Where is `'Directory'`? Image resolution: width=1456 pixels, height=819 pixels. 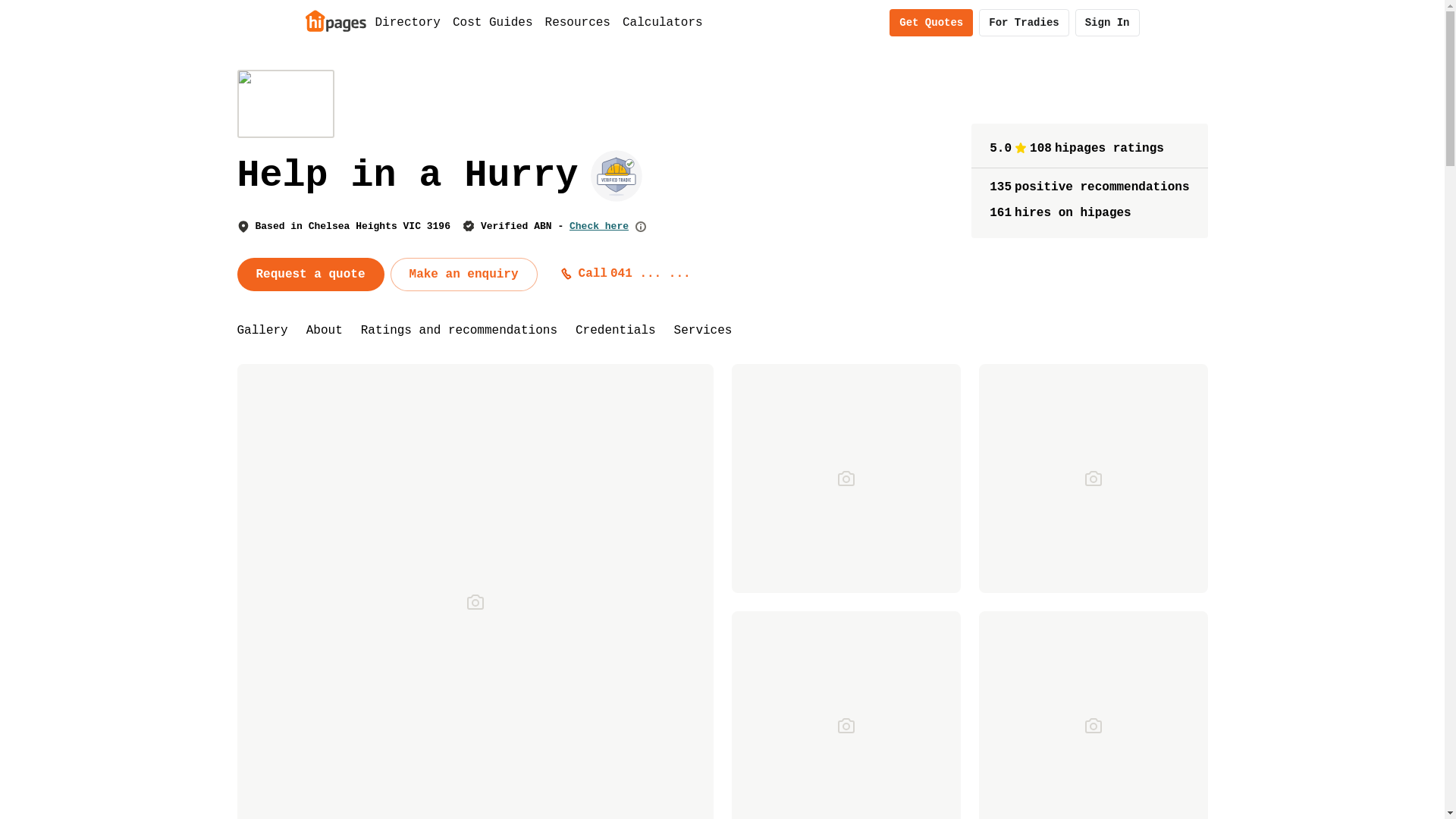 'Directory' is located at coordinates (407, 23).